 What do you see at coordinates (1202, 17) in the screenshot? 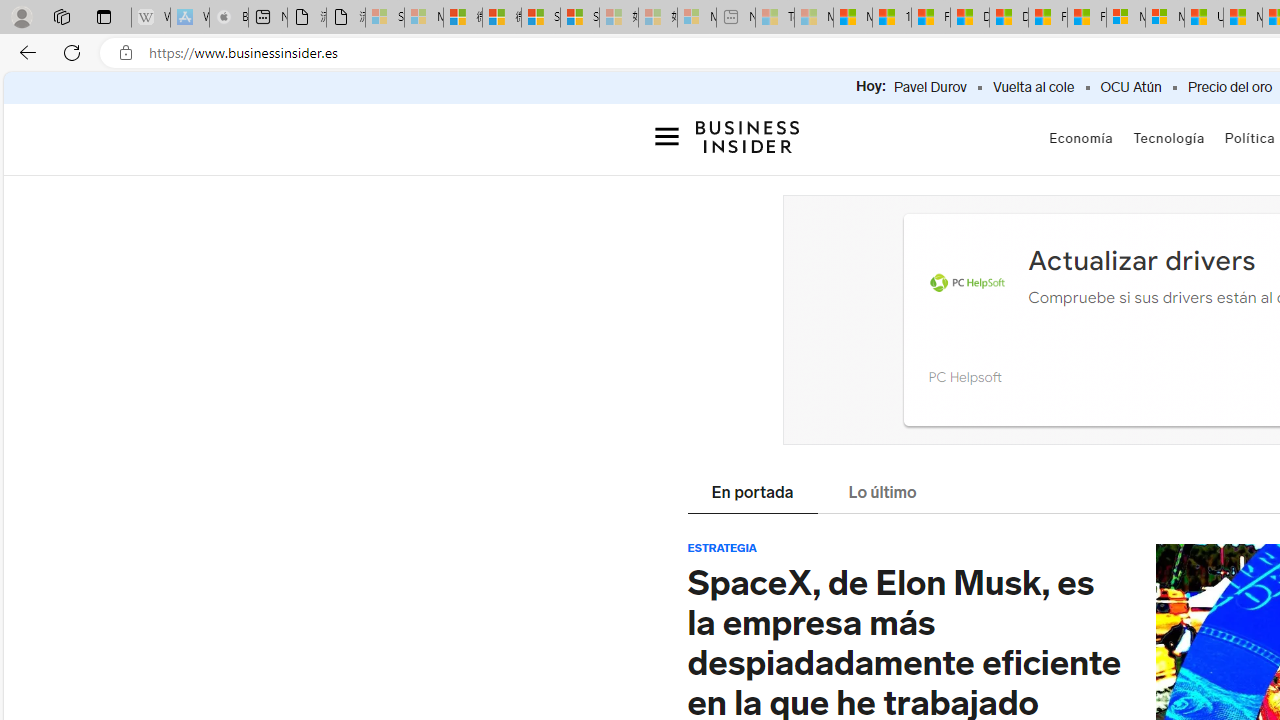
I see `'US Heat Deaths Soared To Record High Last Year'` at bounding box center [1202, 17].